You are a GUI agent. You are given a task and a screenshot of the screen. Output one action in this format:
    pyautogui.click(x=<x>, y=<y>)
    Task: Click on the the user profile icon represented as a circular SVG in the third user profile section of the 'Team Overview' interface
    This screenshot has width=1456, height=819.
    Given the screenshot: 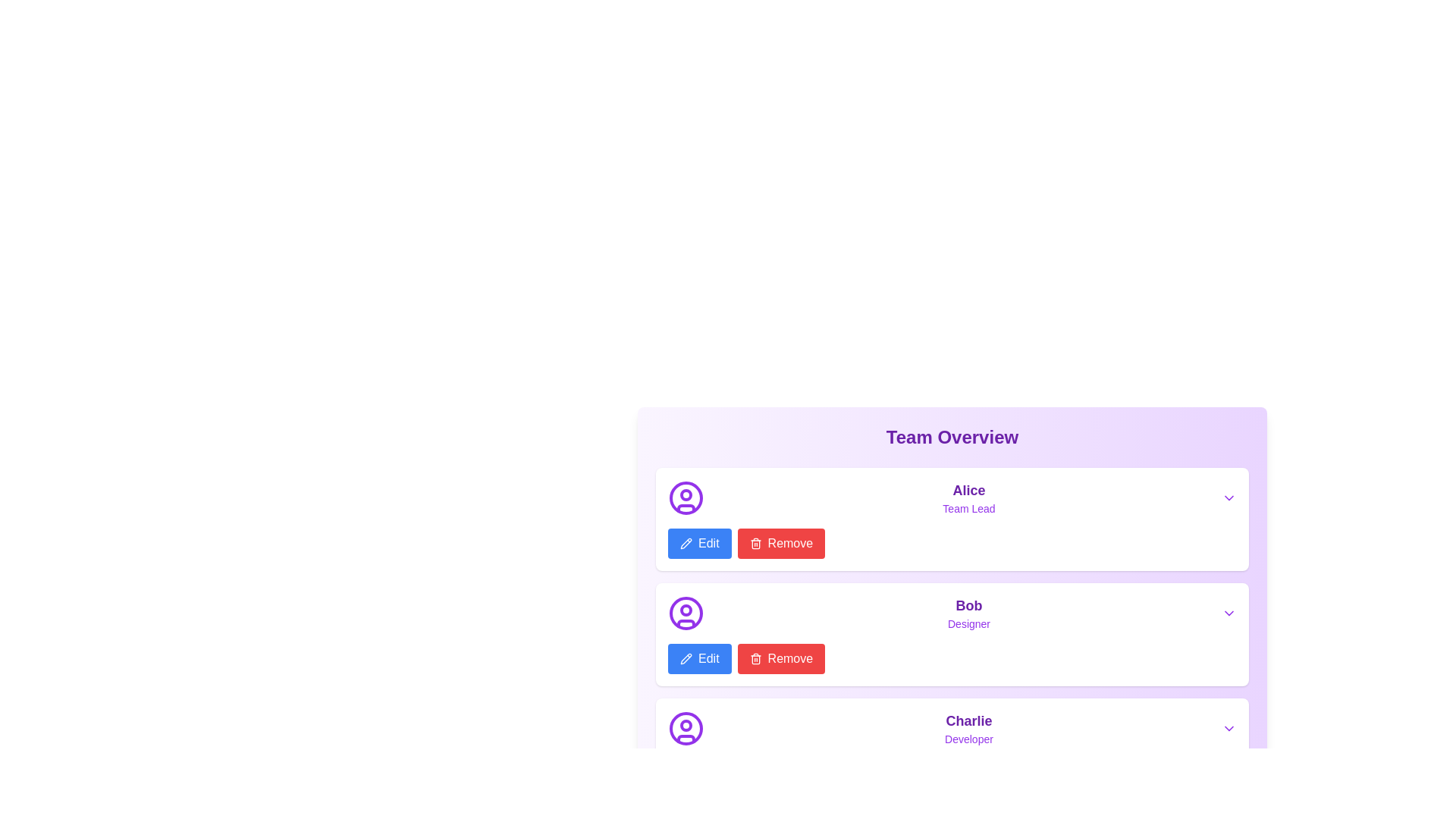 What is the action you would take?
    pyautogui.click(x=686, y=727)
    